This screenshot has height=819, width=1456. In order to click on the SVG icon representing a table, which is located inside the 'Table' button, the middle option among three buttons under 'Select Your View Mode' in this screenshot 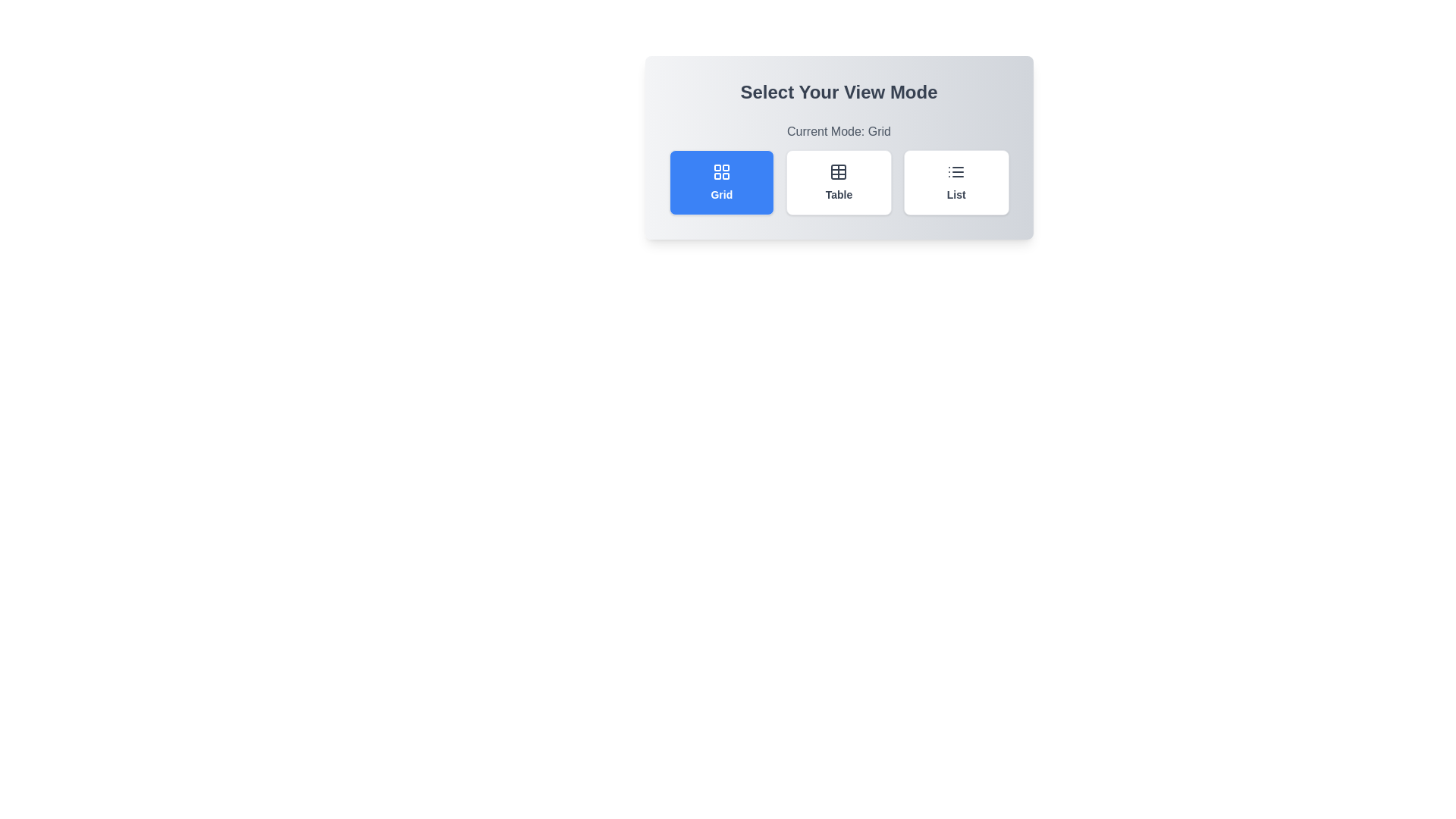, I will do `click(838, 171)`.